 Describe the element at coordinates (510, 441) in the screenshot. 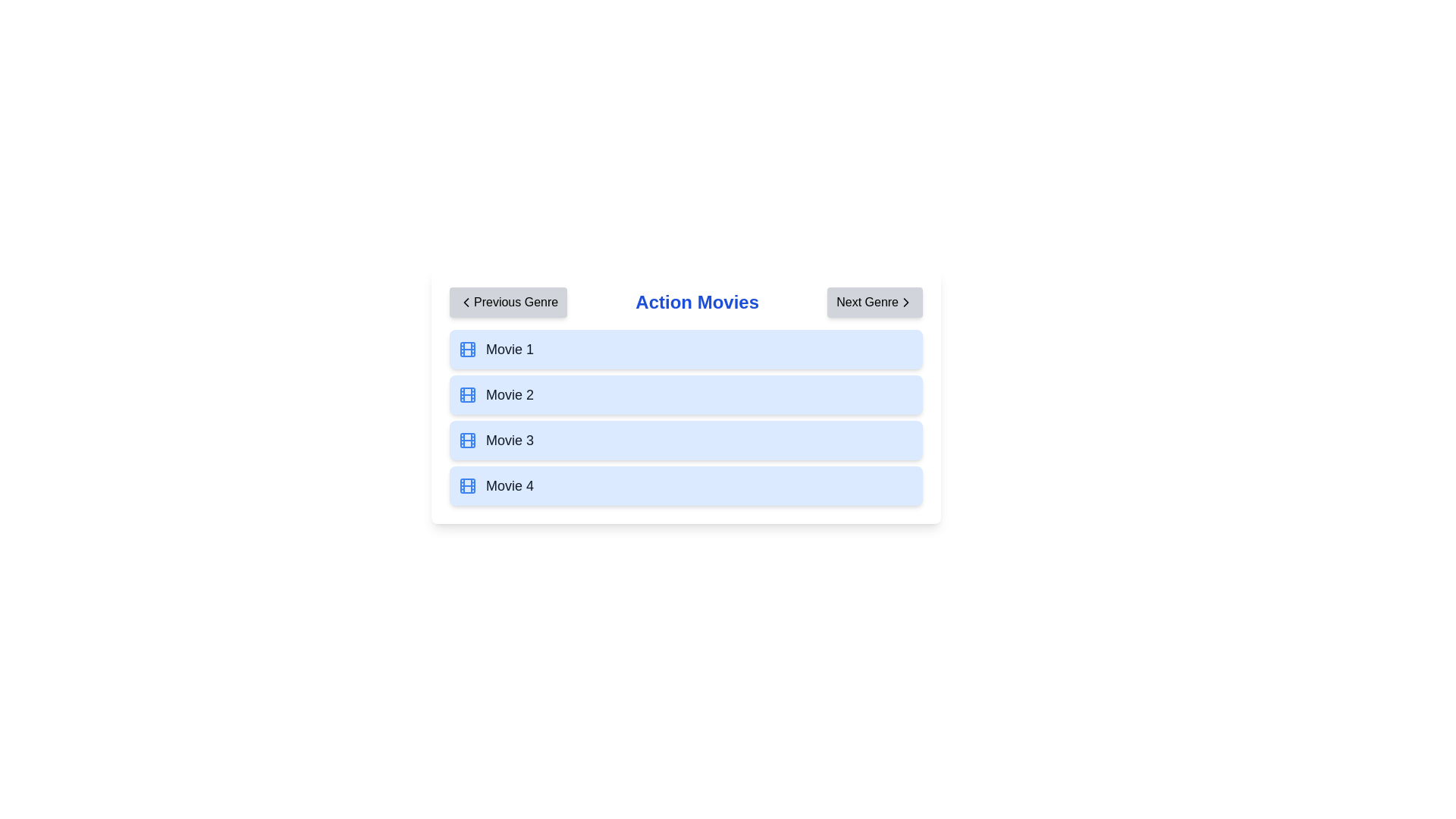

I see `the text label indicating the title of the third movie in the displayed list under the 'Action Movies' heading` at that location.